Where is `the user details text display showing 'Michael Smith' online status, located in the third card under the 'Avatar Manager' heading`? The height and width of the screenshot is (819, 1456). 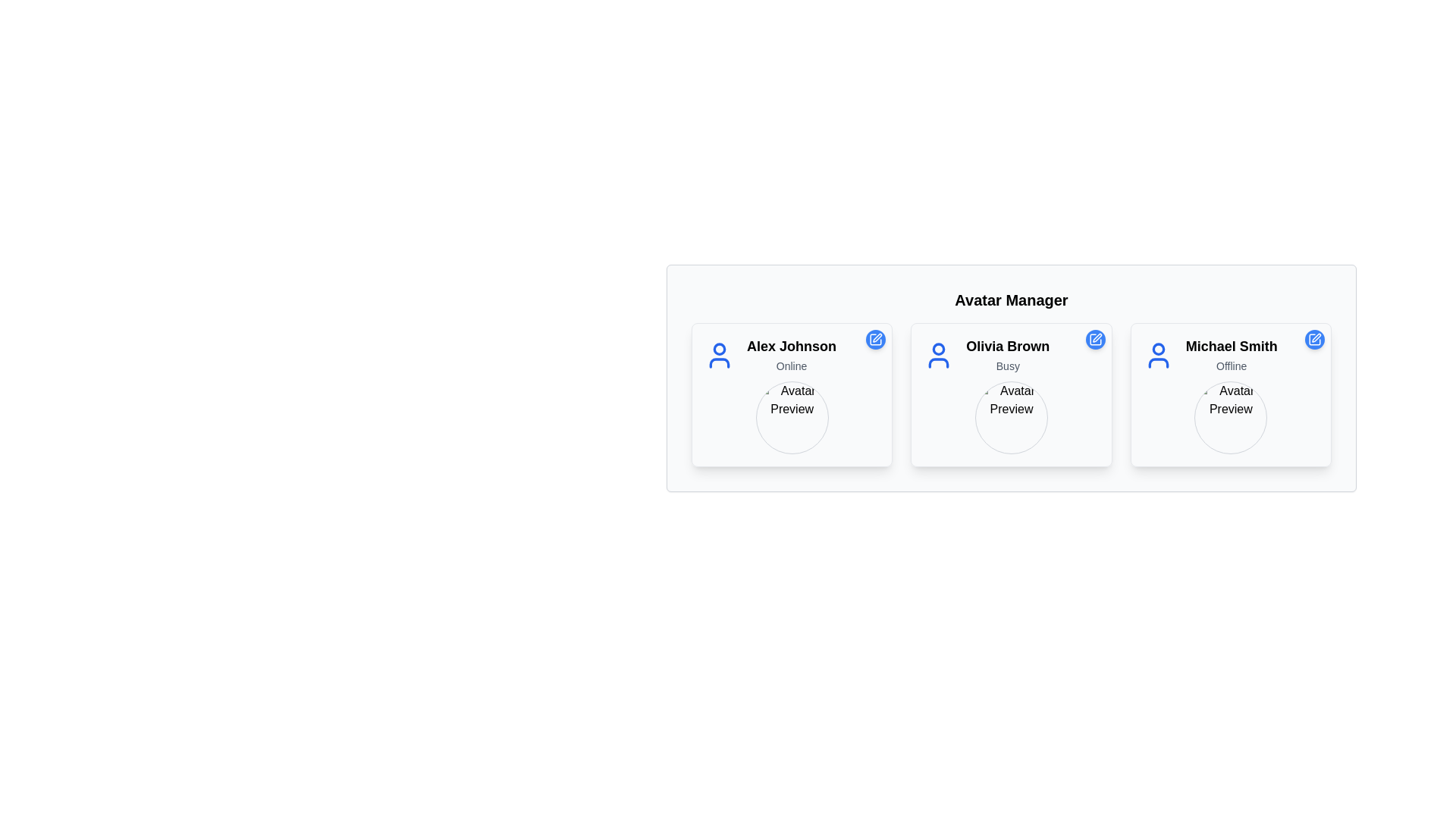 the user details text display showing 'Michael Smith' online status, located in the third card under the 'Avatar Manager' heading is located at coordinates (1231, 356).